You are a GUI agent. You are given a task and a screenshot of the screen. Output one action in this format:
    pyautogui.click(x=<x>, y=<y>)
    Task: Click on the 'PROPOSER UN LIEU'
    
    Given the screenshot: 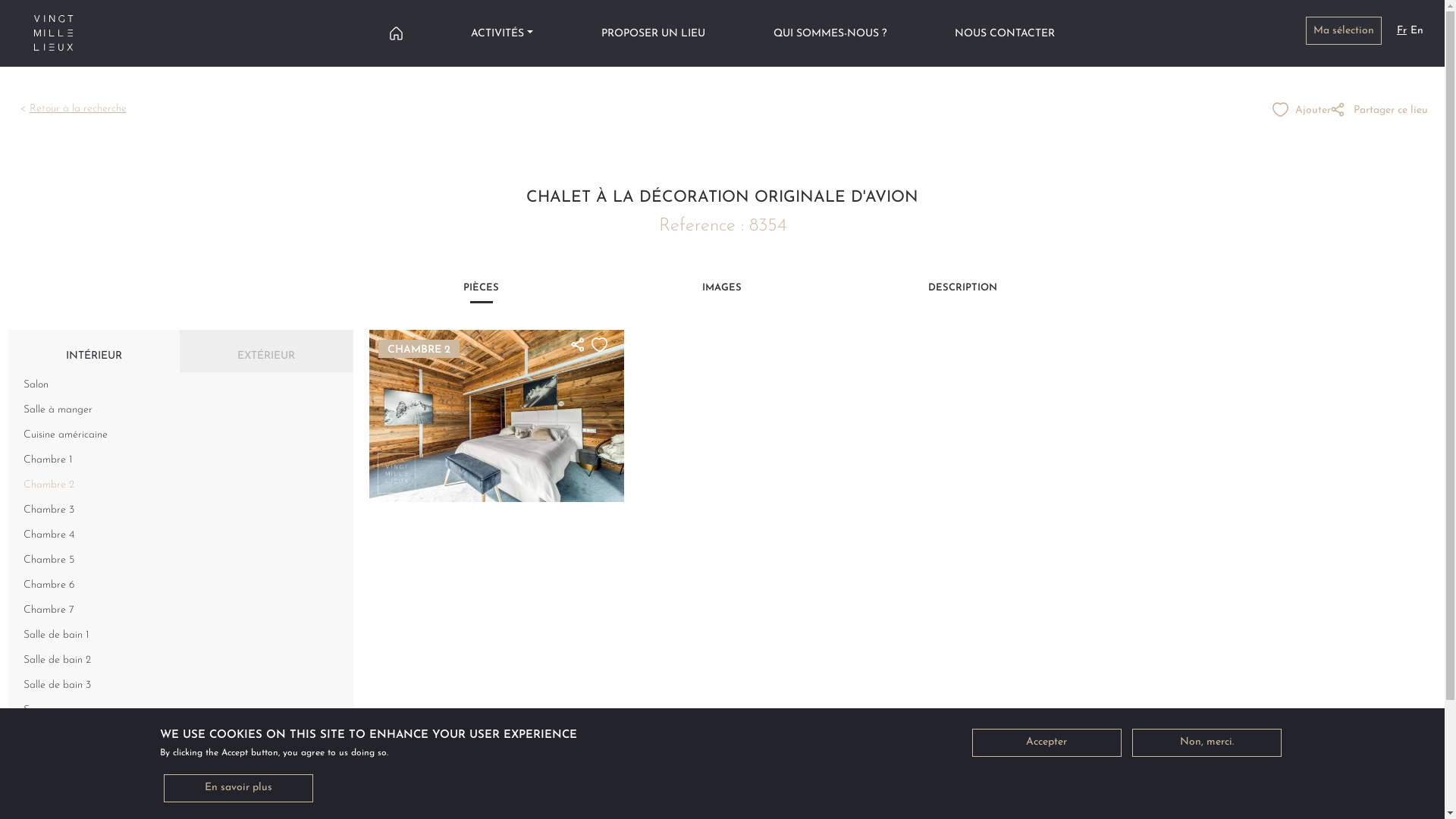 What is the action you would take?
    pyautogui.click(x=600, y=33)
    